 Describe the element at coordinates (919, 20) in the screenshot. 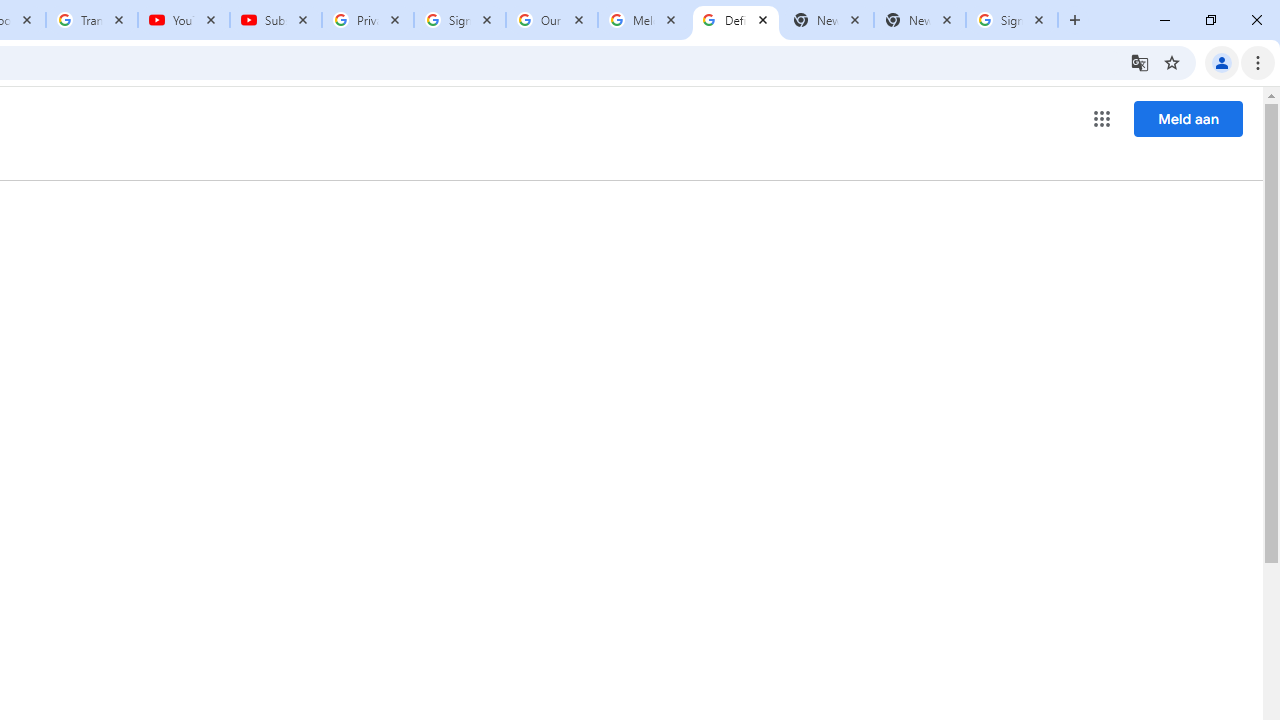

I see `'New Tab'` at that location.